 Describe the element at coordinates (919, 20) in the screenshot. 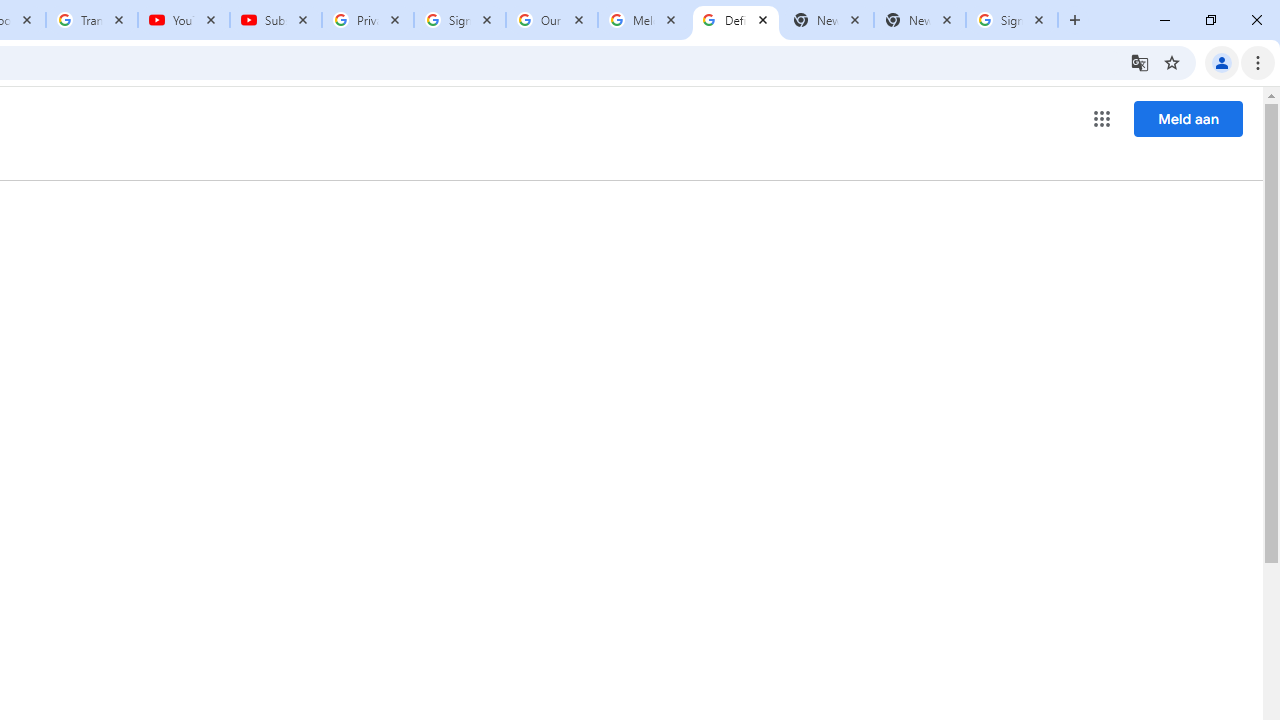

I see `'New Tab'` at that location.